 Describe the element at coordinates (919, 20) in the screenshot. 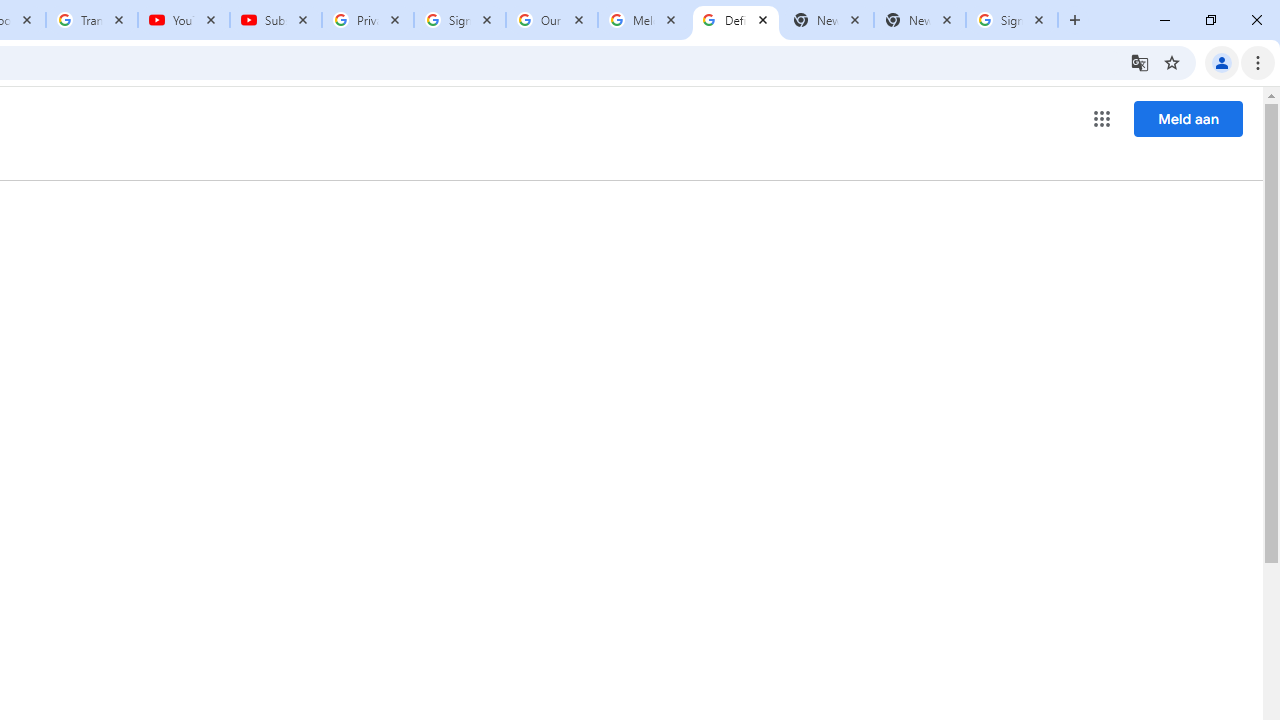

I see `'New Tab'` at that location.